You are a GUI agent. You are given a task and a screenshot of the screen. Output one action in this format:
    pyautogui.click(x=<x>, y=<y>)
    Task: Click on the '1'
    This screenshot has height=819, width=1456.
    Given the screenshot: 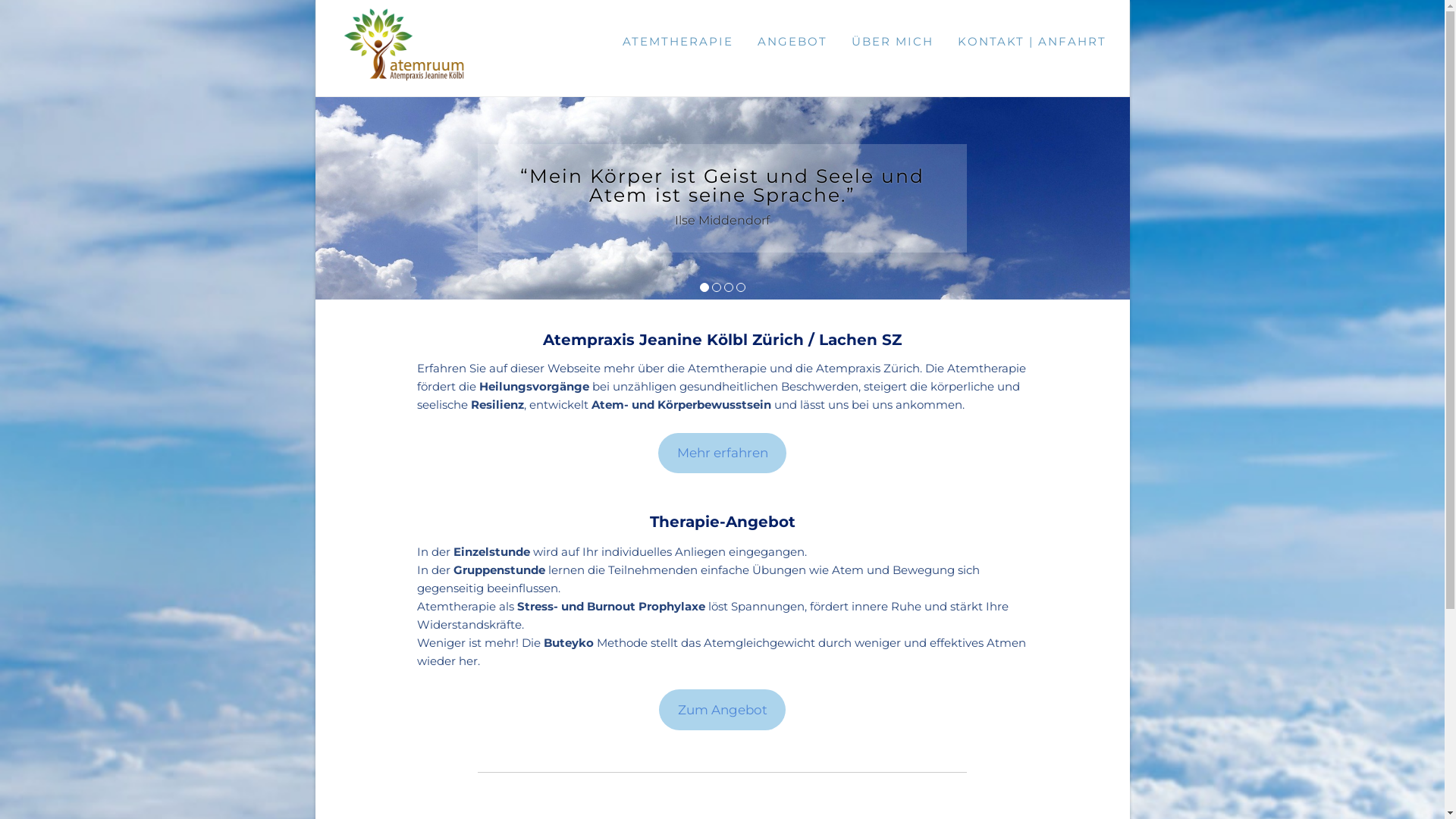 What is the action you would take?
    pyautogui.click(x=697, y=288)
    